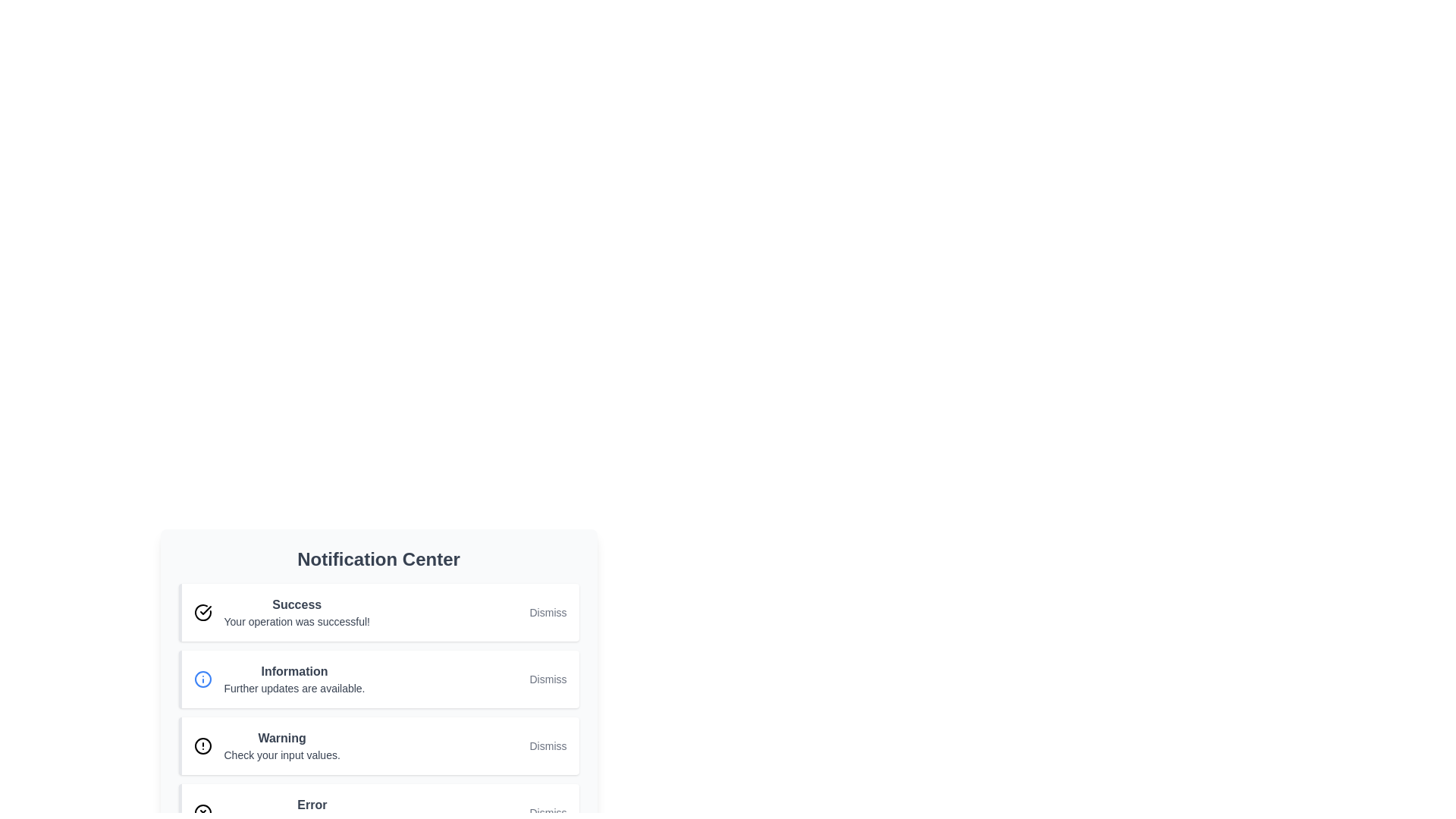 The height and width of the screenshot is (819, 1456). What do you see at coordinates (204, 610) in the screenshot?
I see `the graphical checkmark icon within the SVG element that indicates a successful state, located in the top-left section of the 'Success' notification item` at bounding box center [204, 610].